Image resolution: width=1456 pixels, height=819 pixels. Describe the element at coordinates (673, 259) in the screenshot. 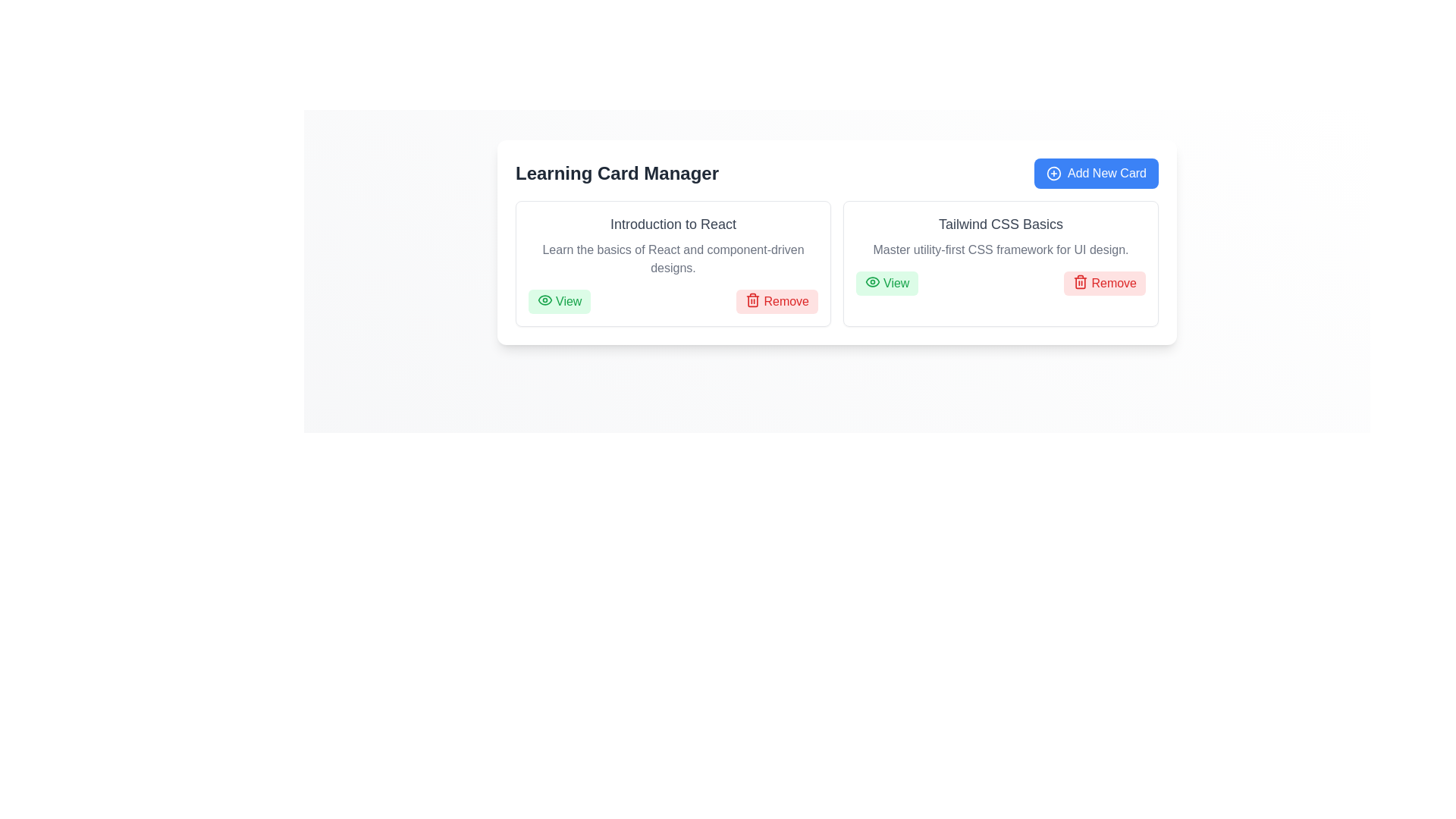

I see `the text that provides an overview of the React basics and component-driven design course, located between the header 'Introduction to React' and the action row with 'View' and 'Remove' buttons` at that location.